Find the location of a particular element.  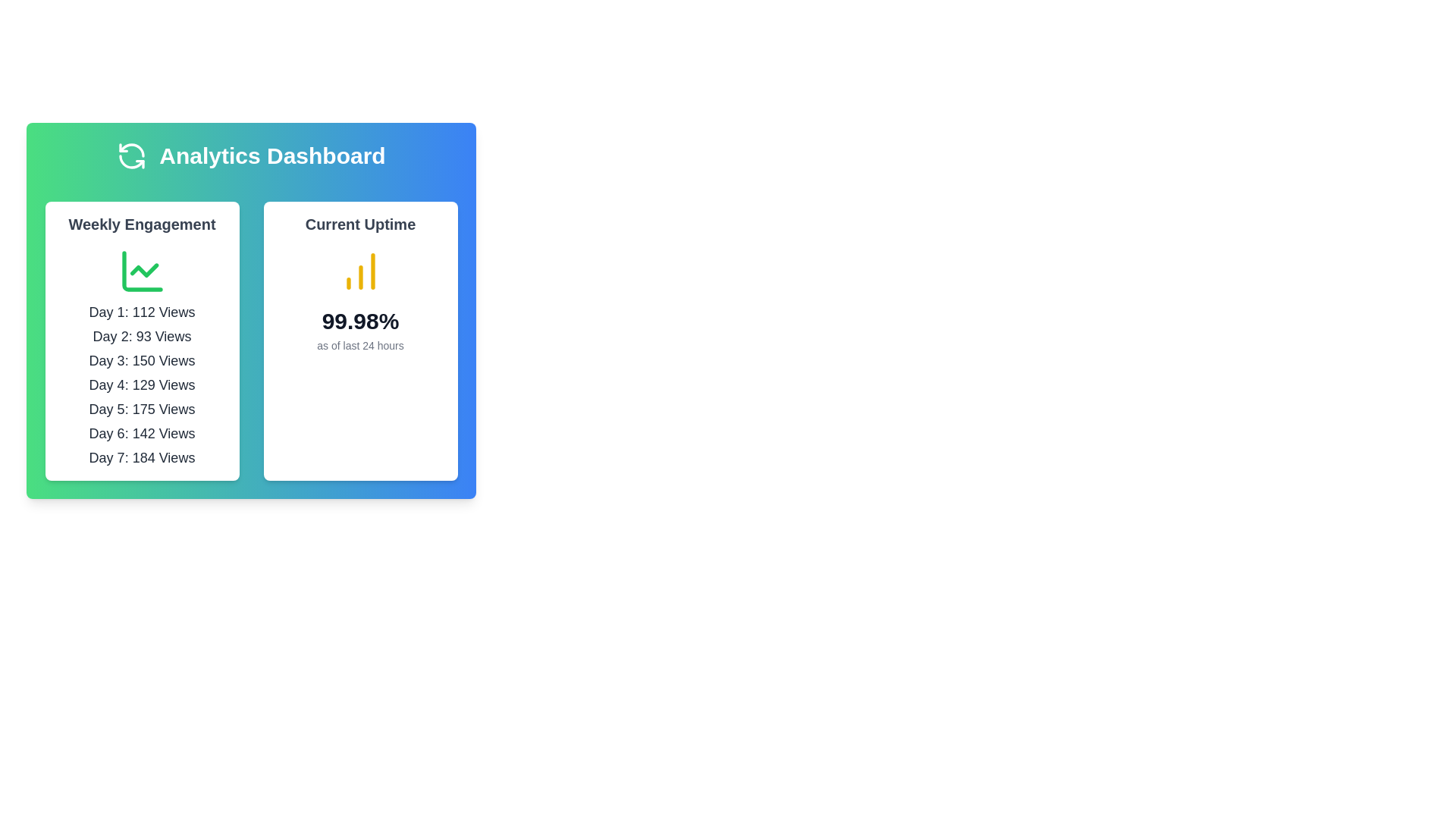

the text element that conveys the summary of the engagement statistics for 'Day 4' is located at coordinates (142, 384).